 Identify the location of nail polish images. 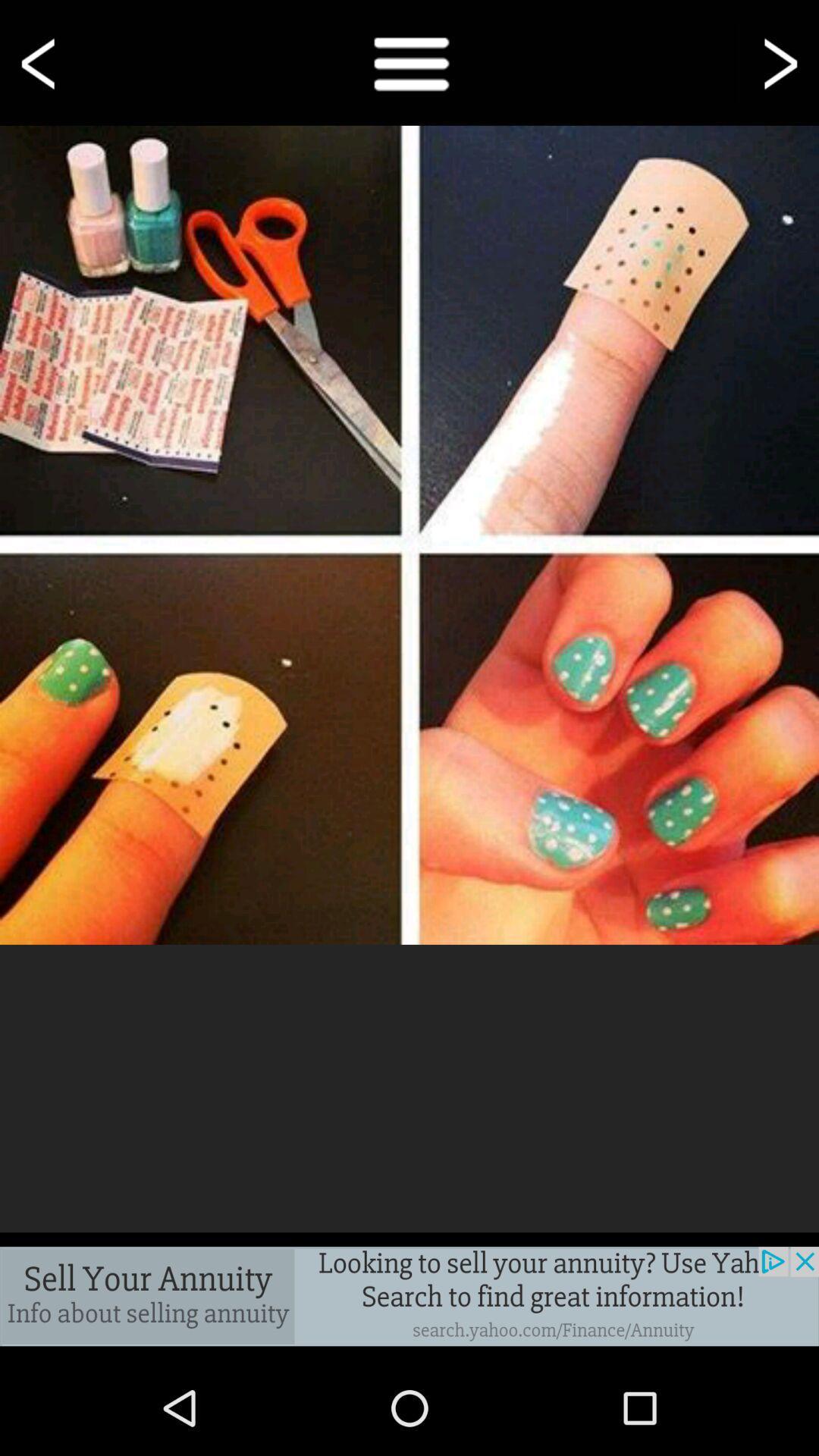
(409, 535).